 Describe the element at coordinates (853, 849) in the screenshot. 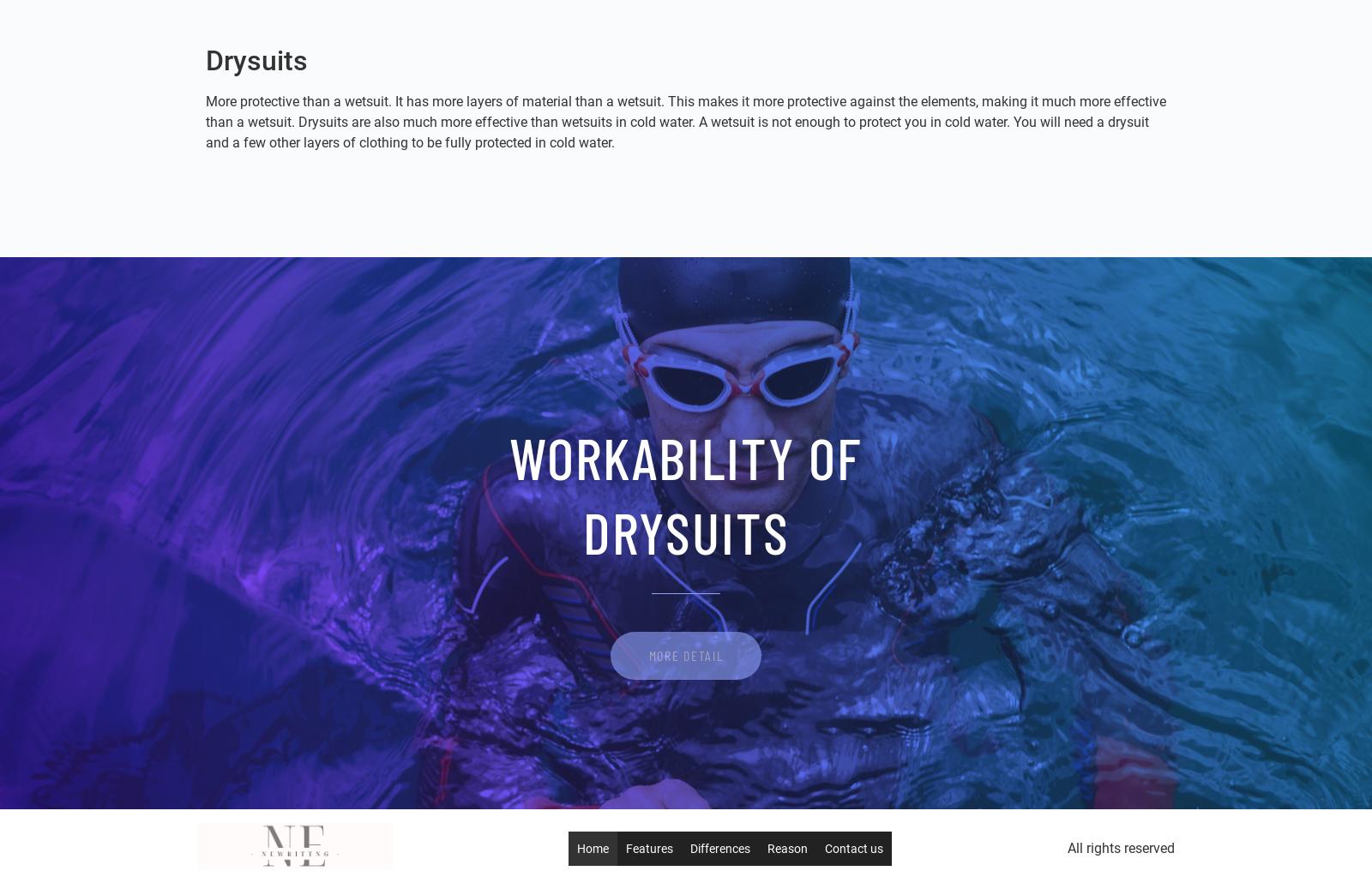

I see `'Contact us'` at that location.